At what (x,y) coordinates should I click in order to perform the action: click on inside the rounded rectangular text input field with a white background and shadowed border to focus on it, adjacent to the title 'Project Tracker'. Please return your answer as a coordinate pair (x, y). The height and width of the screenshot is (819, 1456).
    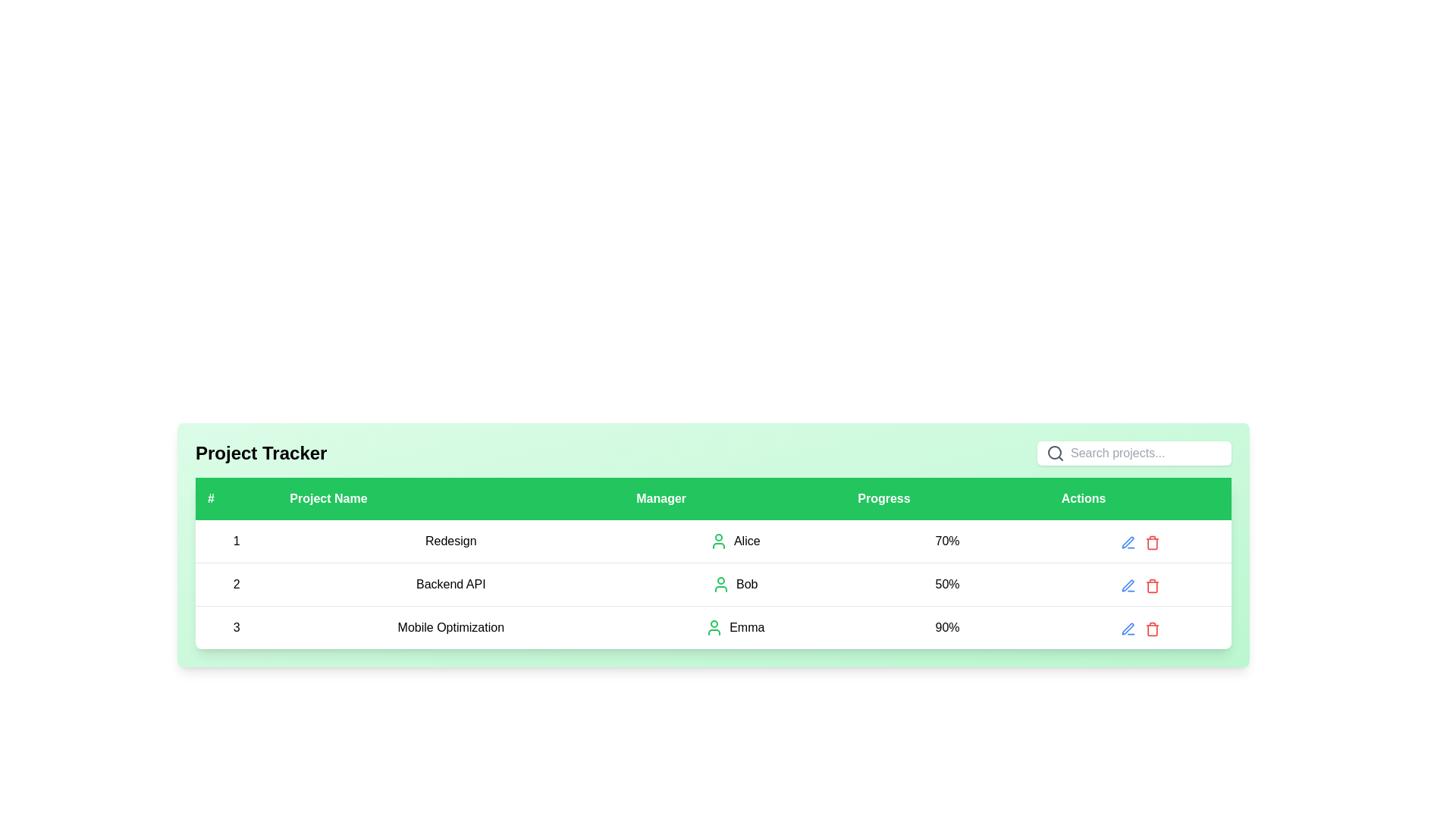
    Looking at the image, I should click on (1134, 452).